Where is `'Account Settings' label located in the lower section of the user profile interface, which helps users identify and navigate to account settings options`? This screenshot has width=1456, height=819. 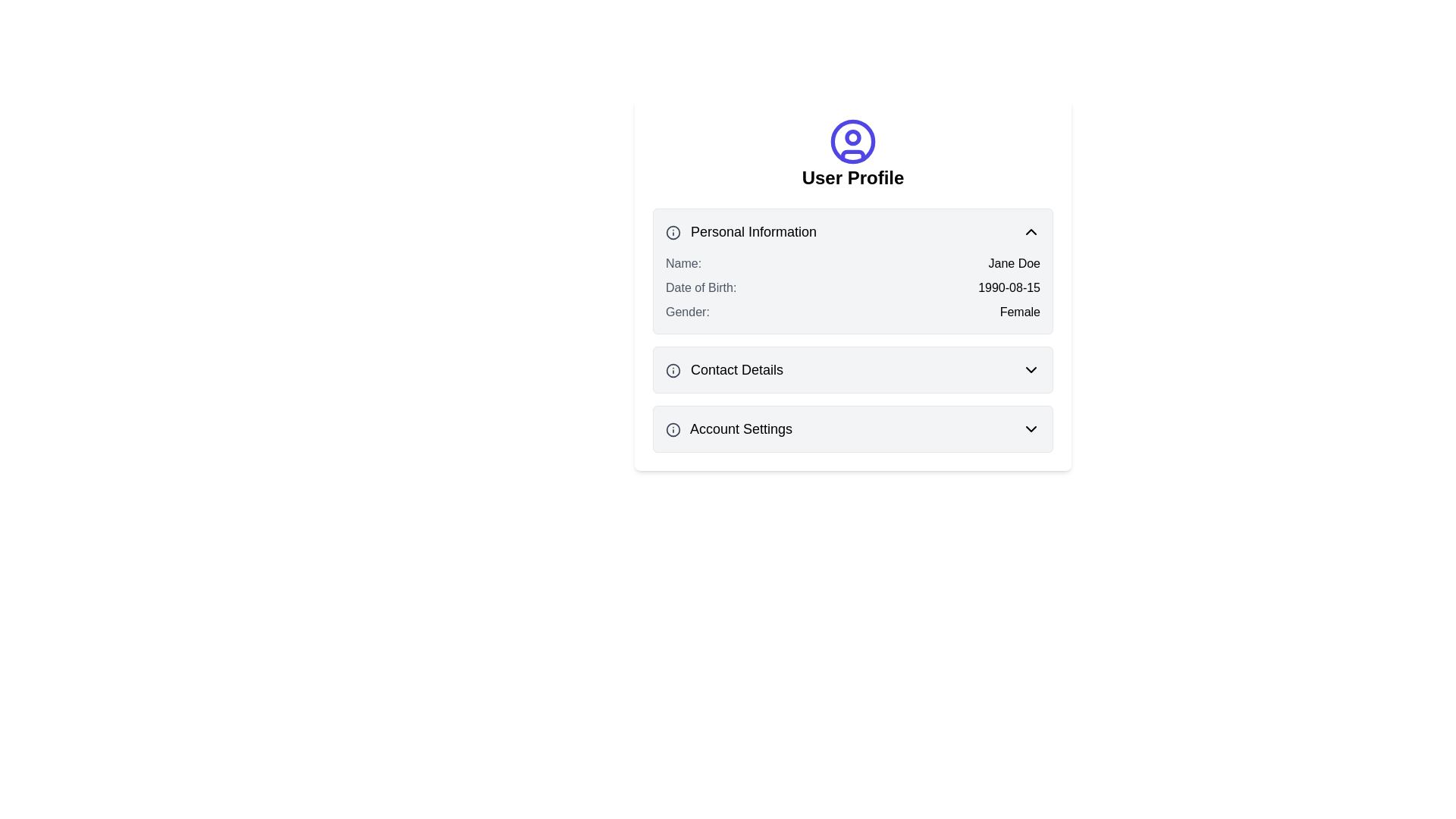 'Account Settings' label located in the lower section of the user profile interface, which helps users identify and navigate to account settings options is located at coordinates (729, 429).